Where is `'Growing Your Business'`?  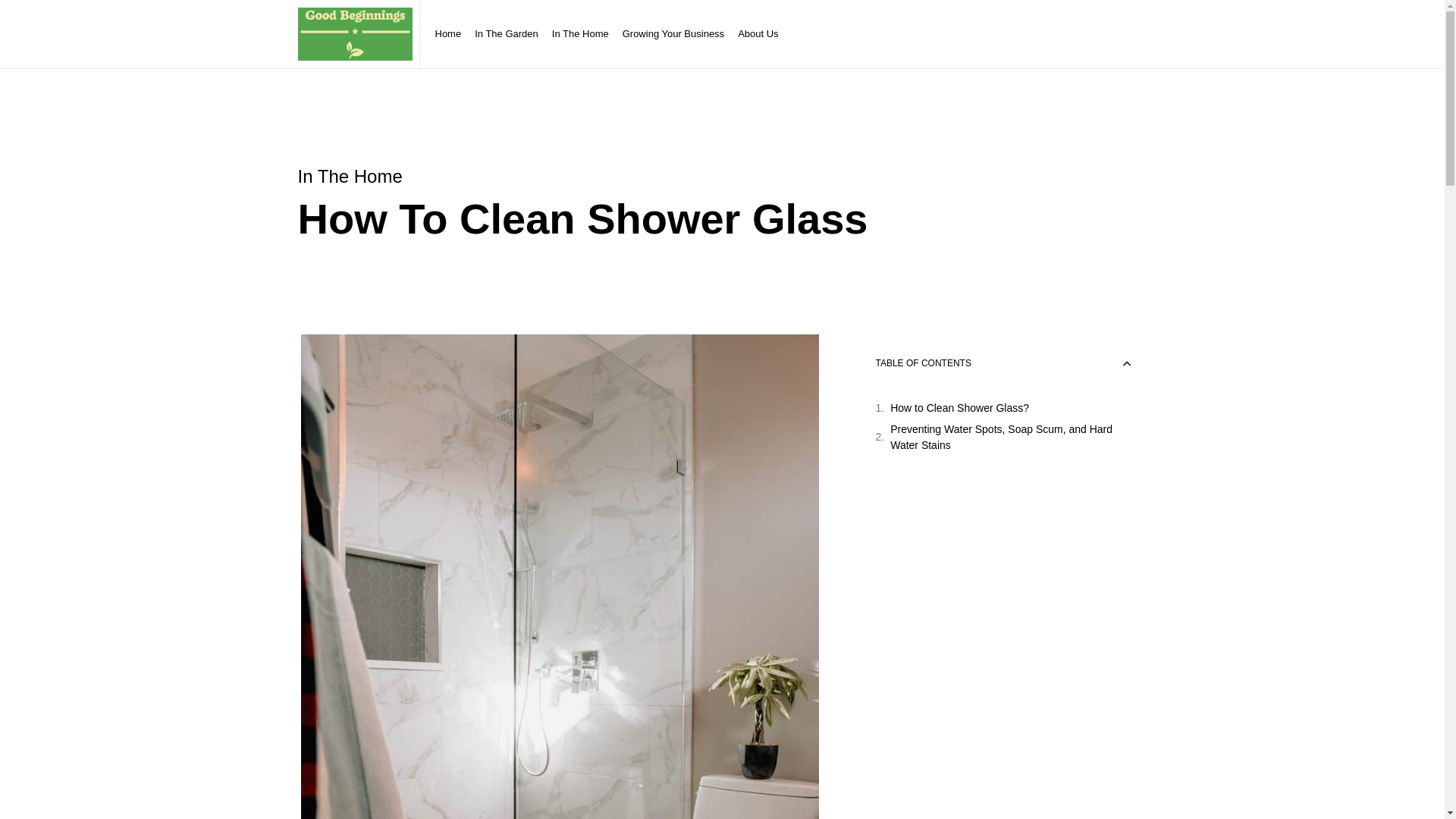
'Growing Your Business' is located at coordinates (673, 34).